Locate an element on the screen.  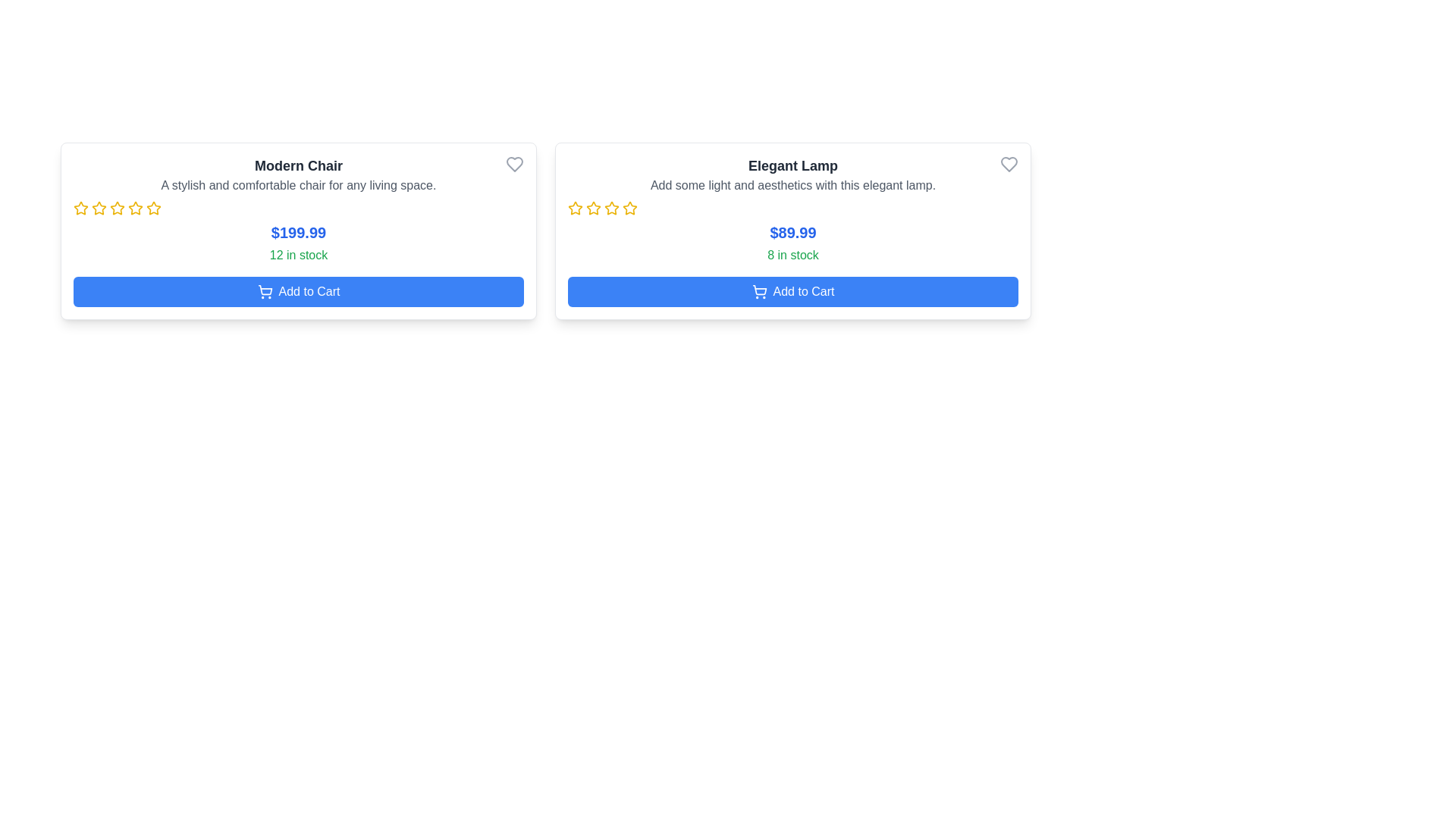
second star icon in the product rating section for visual information, which is a bright yellow outlined star beneath the title 'Modern Chair' is located at coordinates (98, 208).